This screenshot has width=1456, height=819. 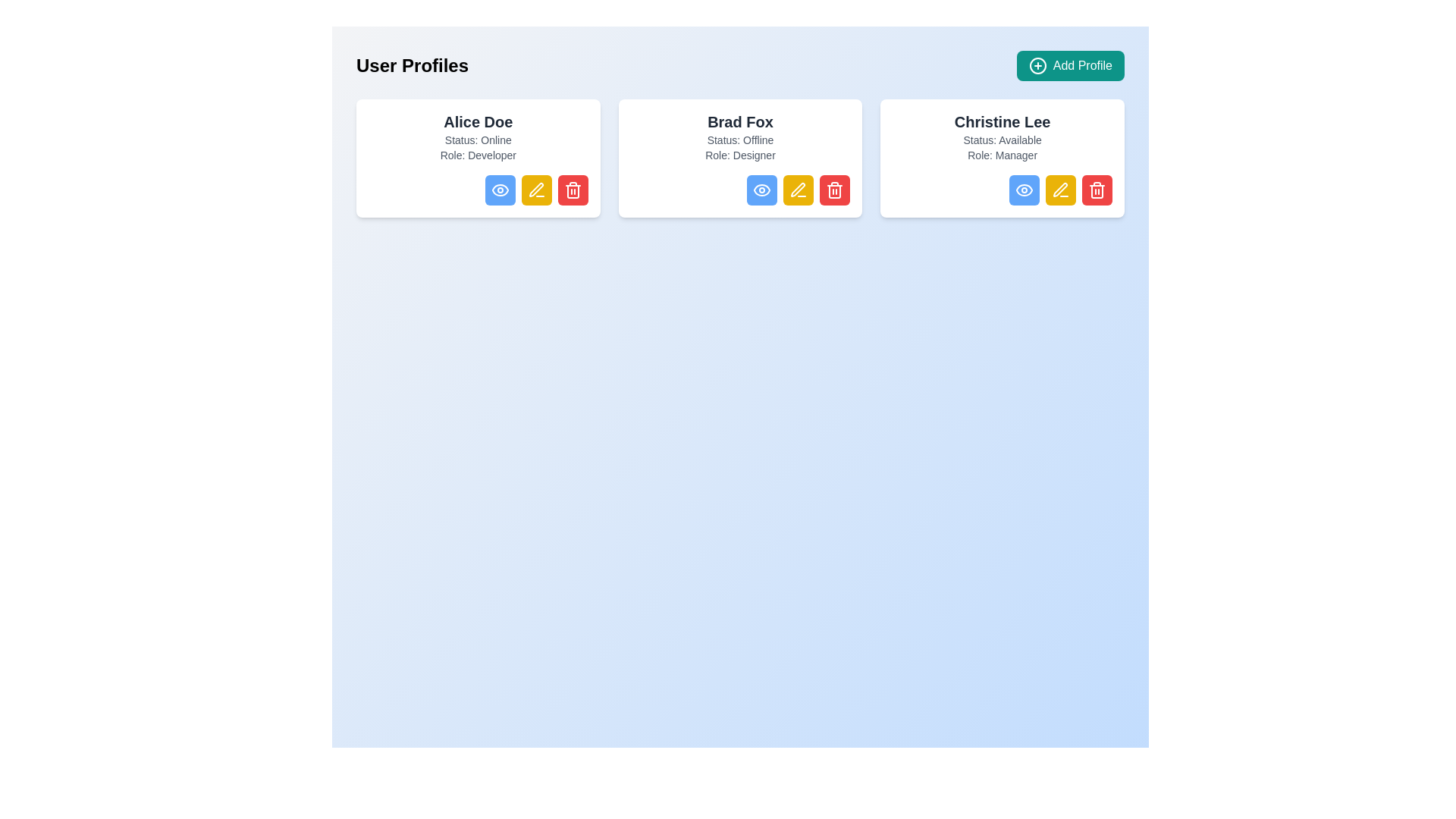 I want to click on the edit button located at the bottom-right corner of the card displaying 'Alice Doe' as the user name, so click(x=536, y=189).